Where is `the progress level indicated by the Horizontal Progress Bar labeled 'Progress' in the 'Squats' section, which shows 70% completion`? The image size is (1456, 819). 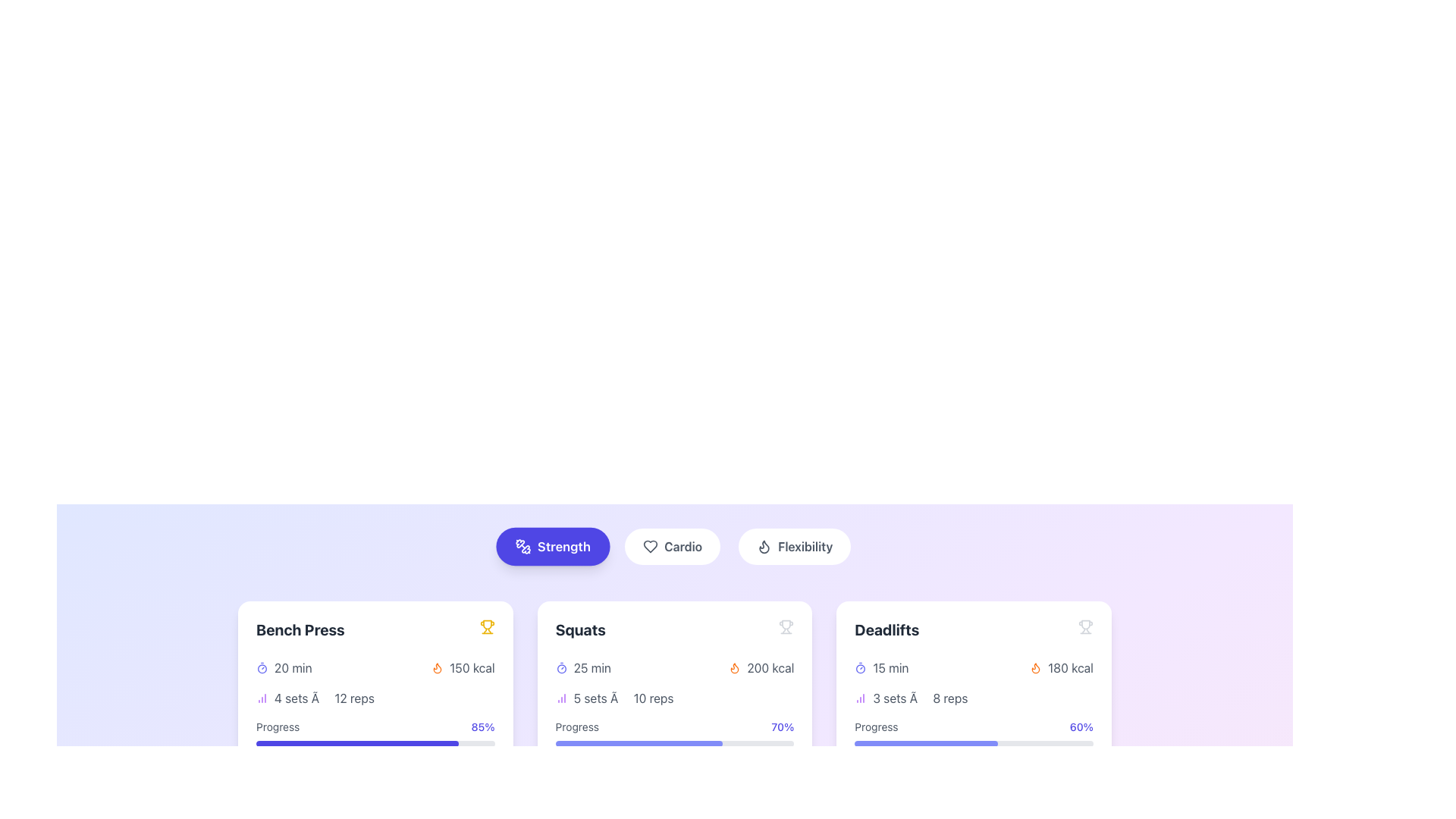
the progress level indicated by the Horizontal Progress Bar labeled 'Progress' in the 'Squats' section, which shows 70% completion is located at coordinates (639, 742).